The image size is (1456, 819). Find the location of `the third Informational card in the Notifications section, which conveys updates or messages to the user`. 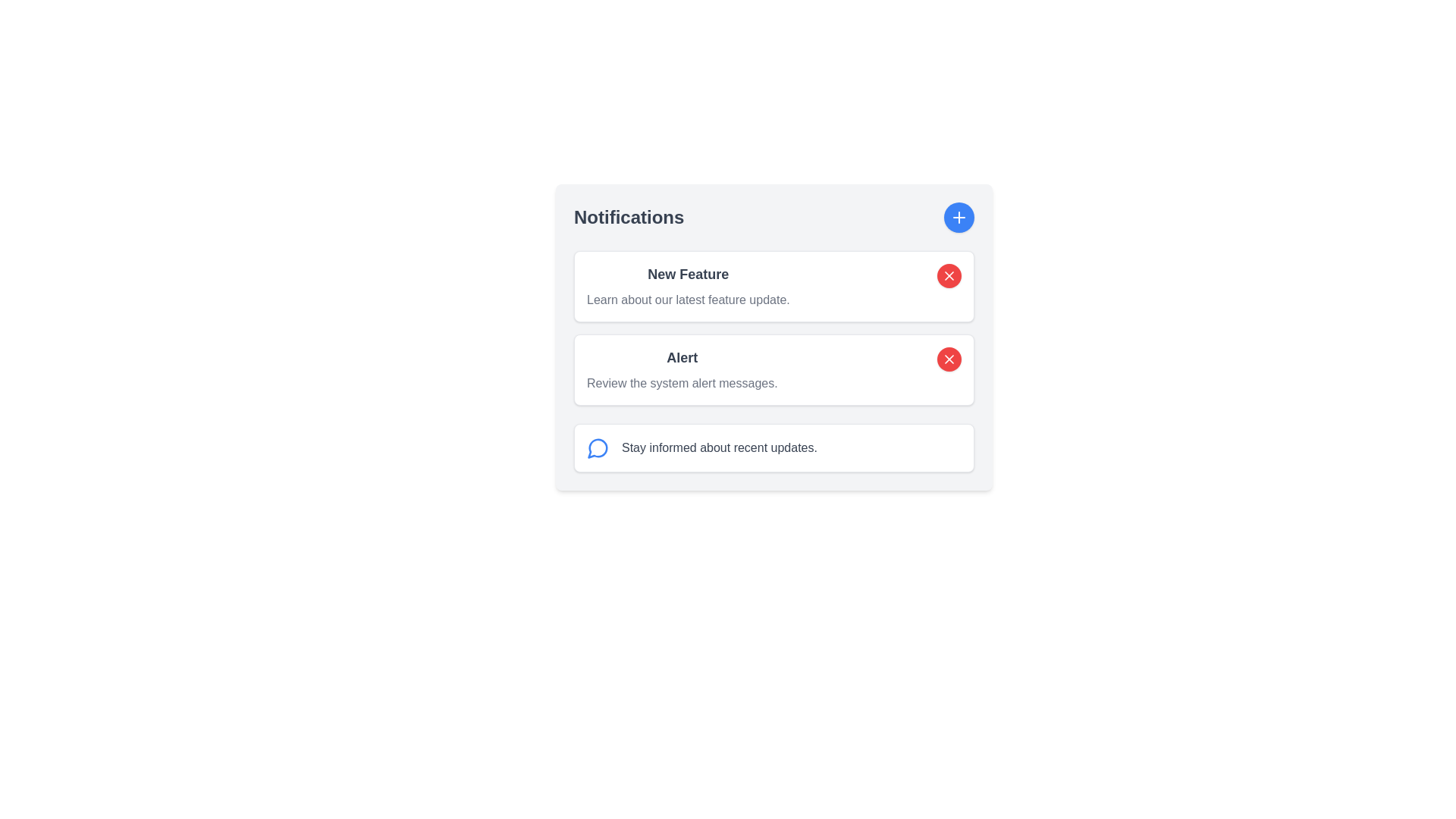

the third Informational card in the Notifications section, which conveys updates or messages to the user is located at coordinates (774, 447).